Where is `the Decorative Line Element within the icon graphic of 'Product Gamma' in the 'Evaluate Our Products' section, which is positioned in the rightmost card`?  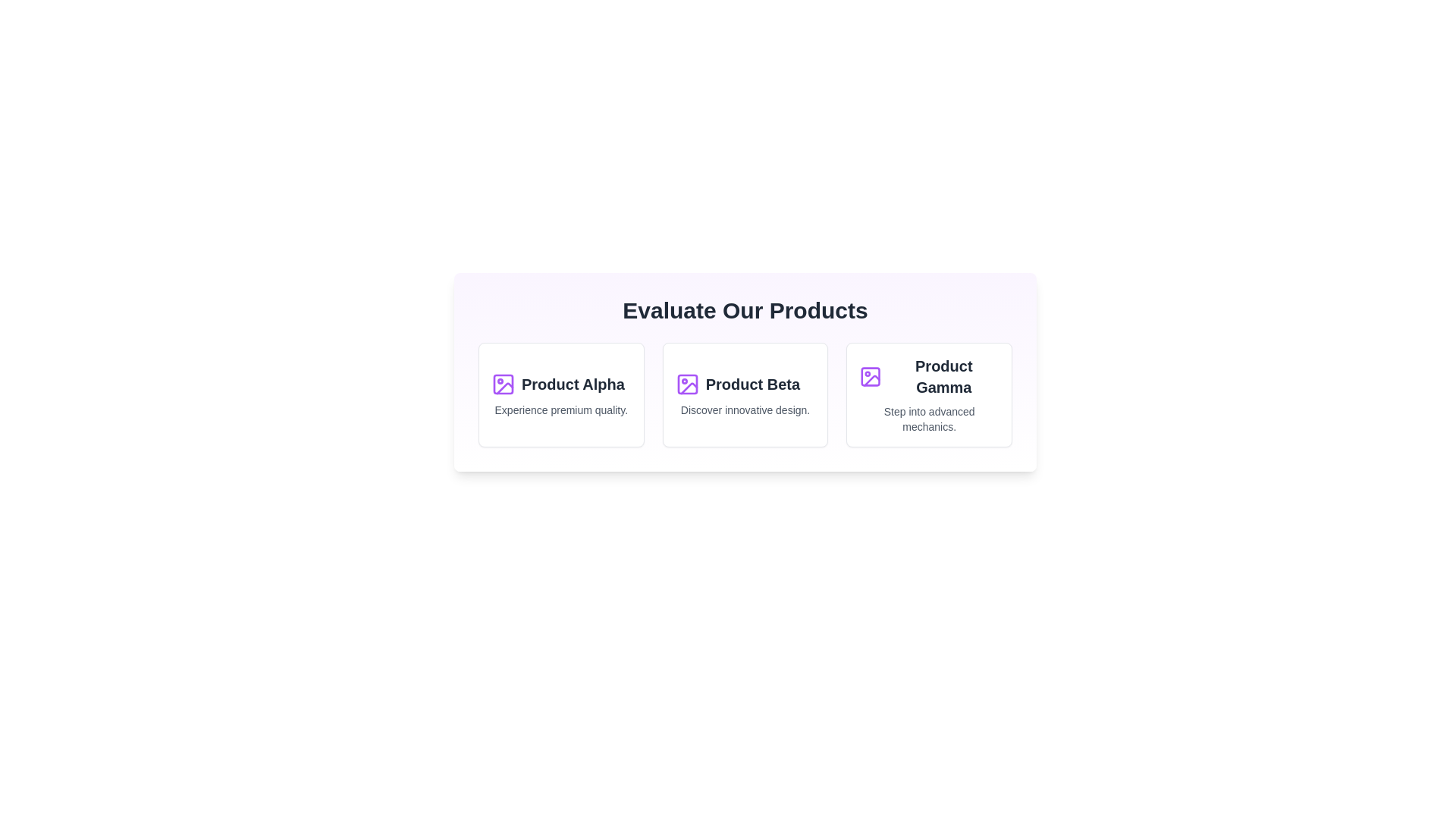
the Decorative Line Element within the icon graphic of 'Product Gamma' in the 'Evaluate Our Products' section, which is positioned in the rightmost card is located at coordinates (872, 380).